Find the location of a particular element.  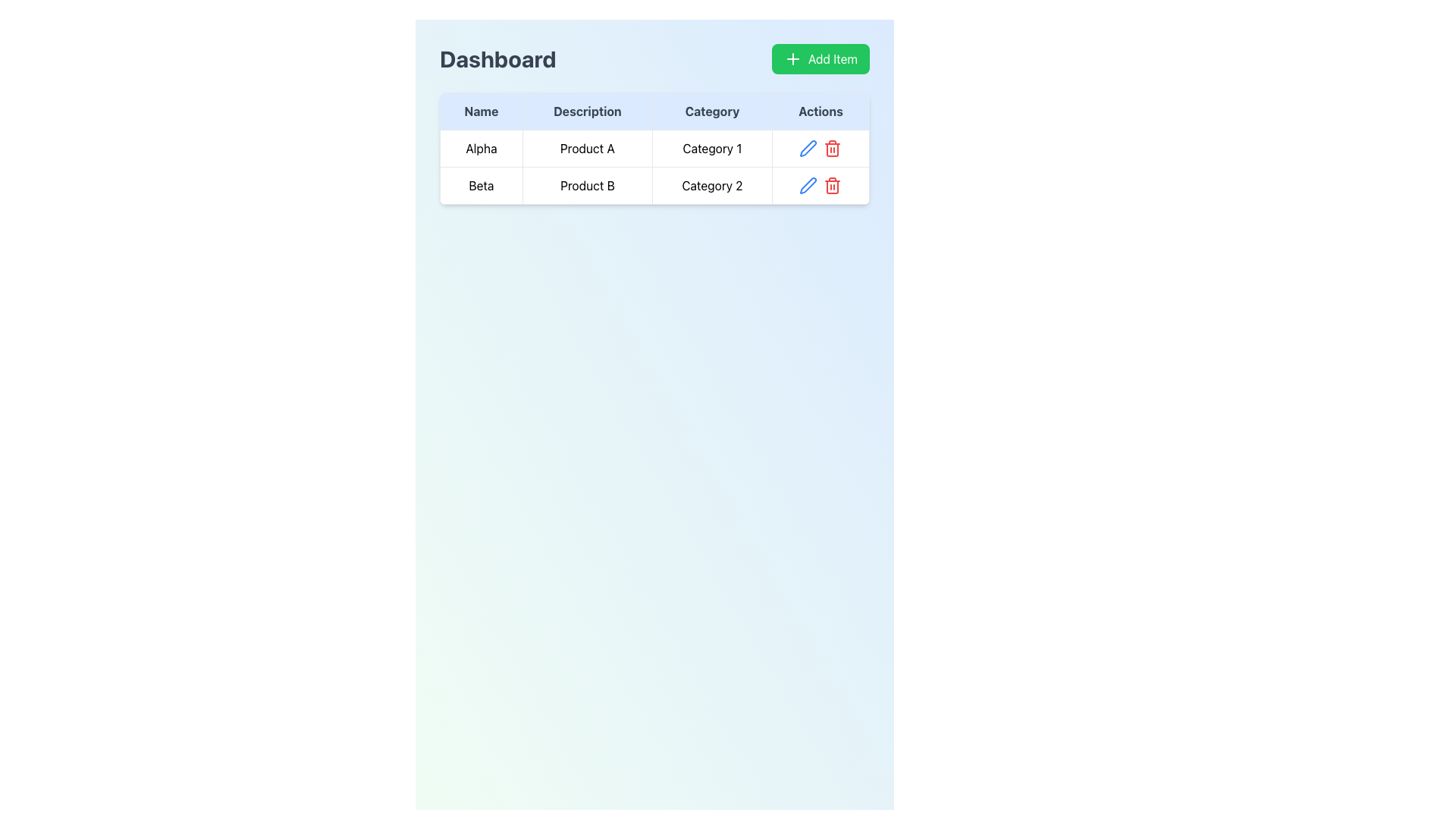

the delete icon (trash bin) in the actions column of the second row of the table is located at coordinates (820, 185).